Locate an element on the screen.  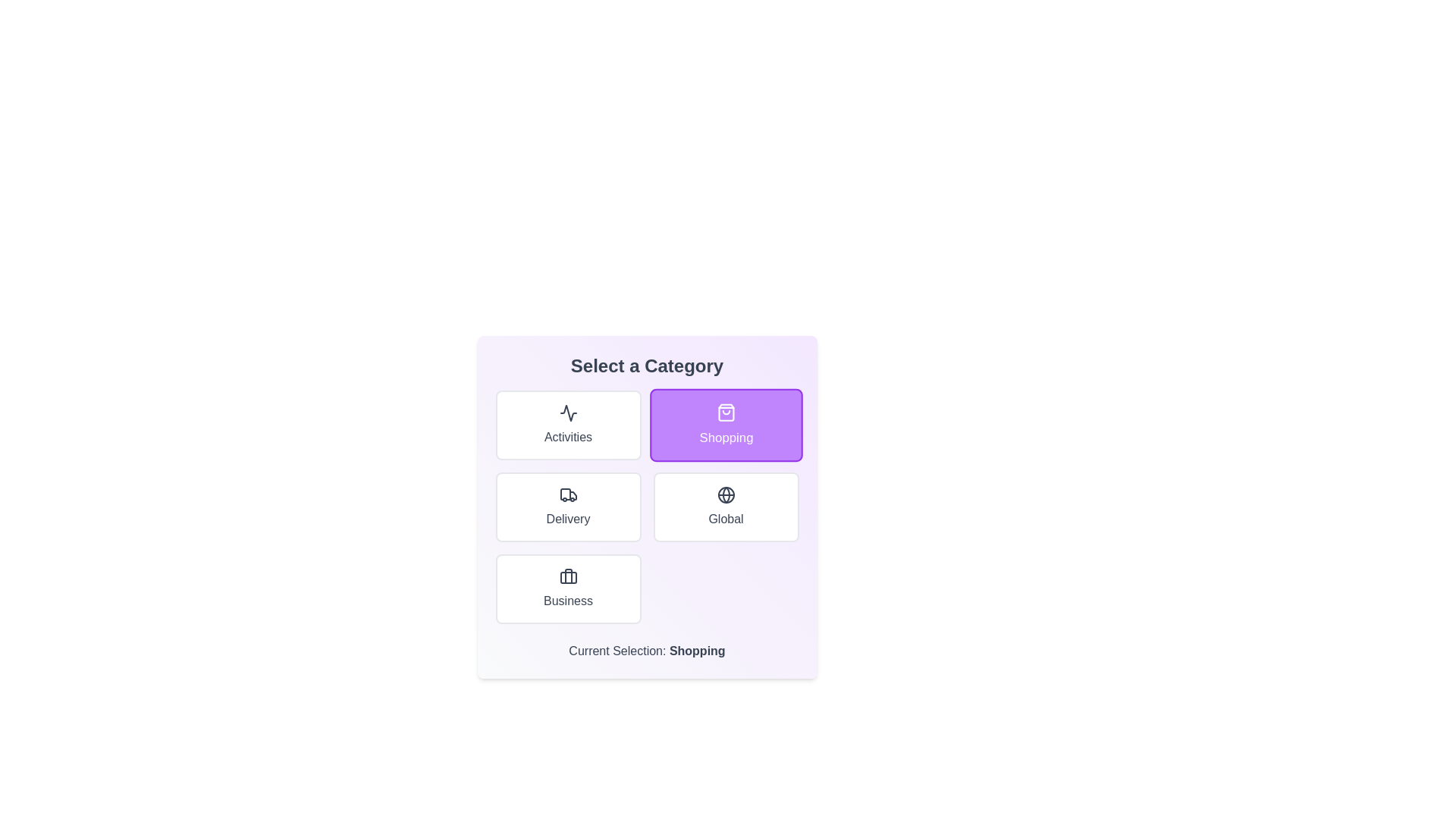
the button corresponding to the category Activities is located at coordinates (567, 425).